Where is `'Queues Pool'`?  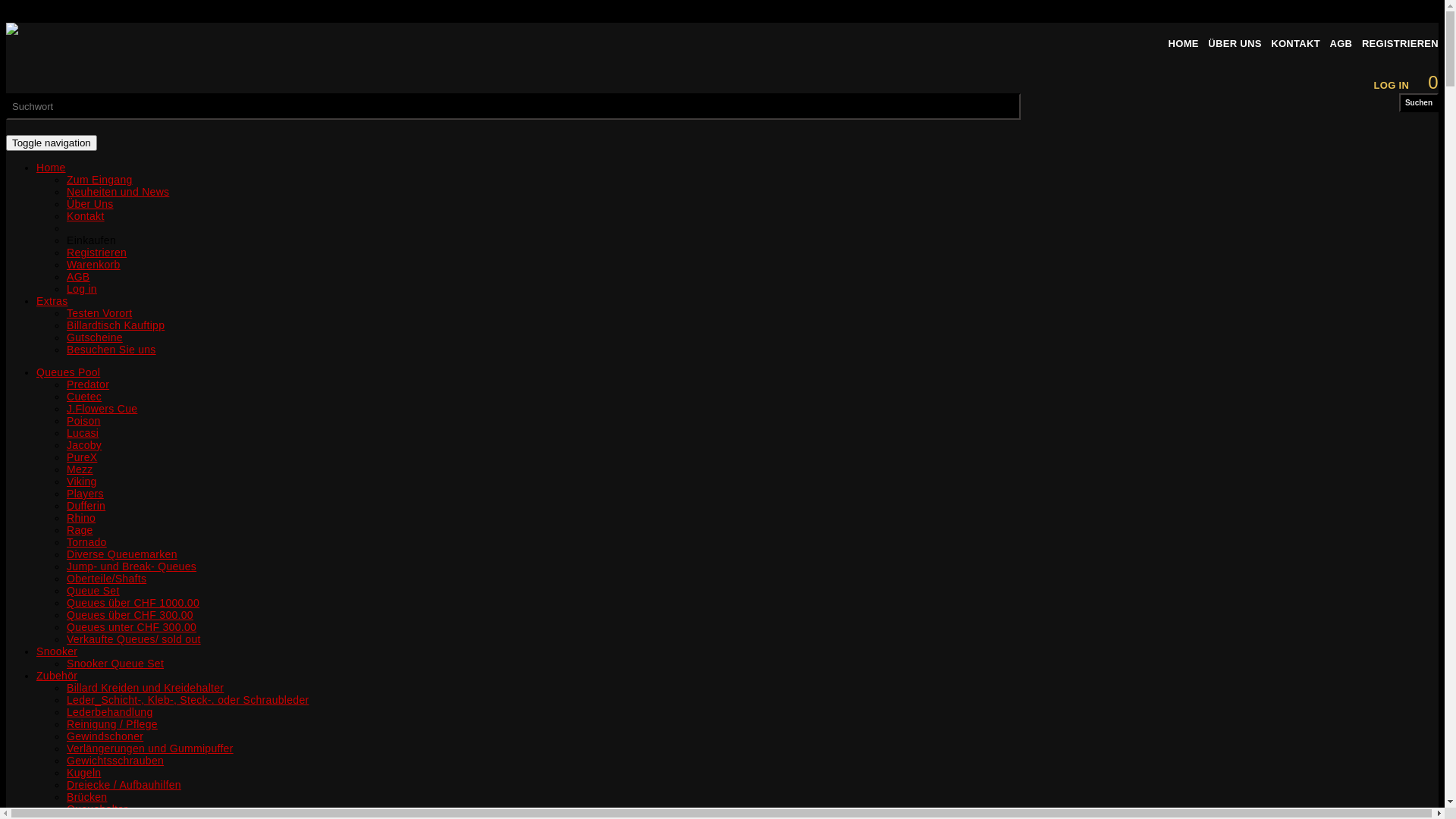
'Queues Pool' is located at coordinates (67, 372).